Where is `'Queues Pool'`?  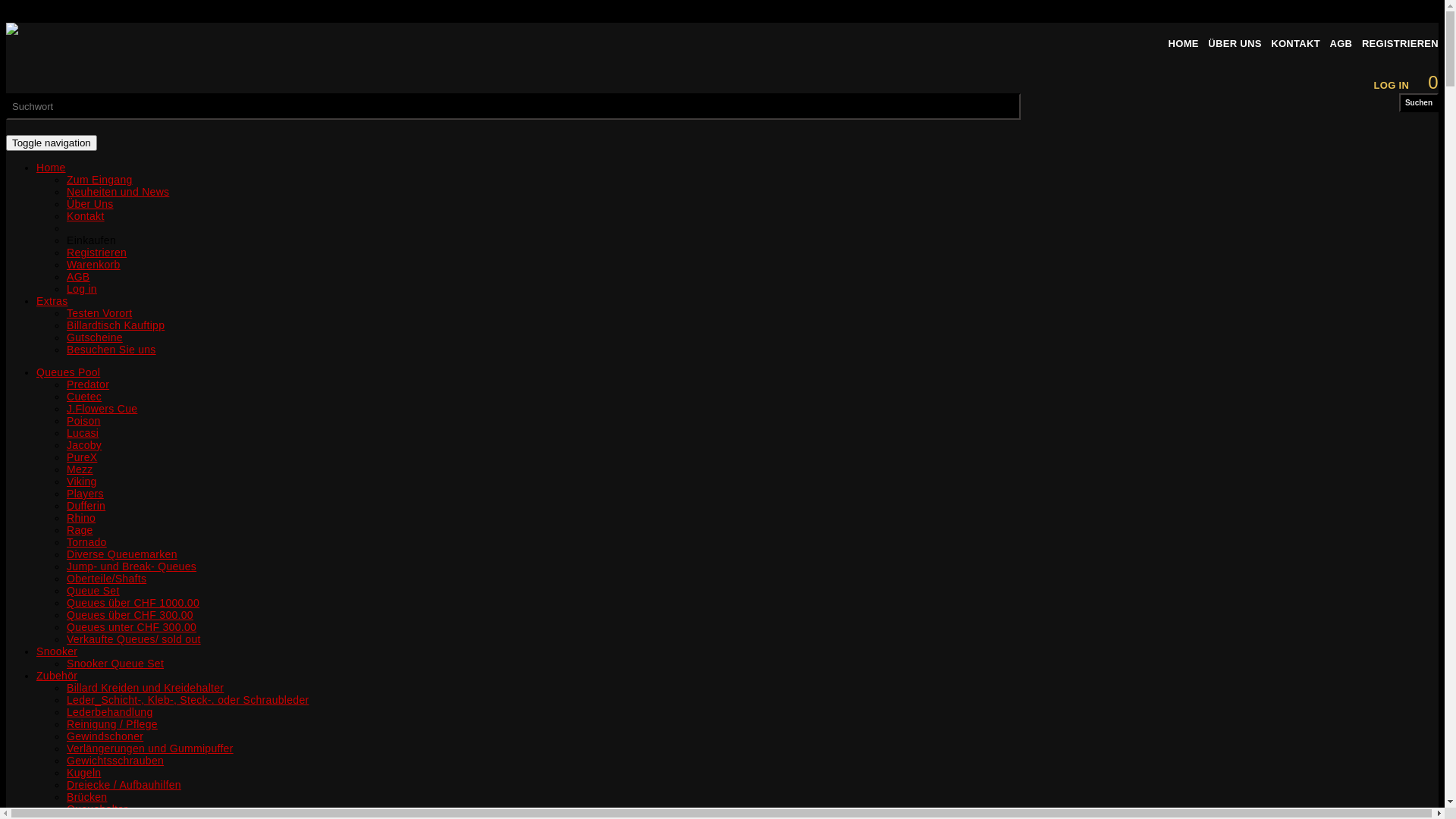
'Queues Pool' is located at coordinates (67, 372).